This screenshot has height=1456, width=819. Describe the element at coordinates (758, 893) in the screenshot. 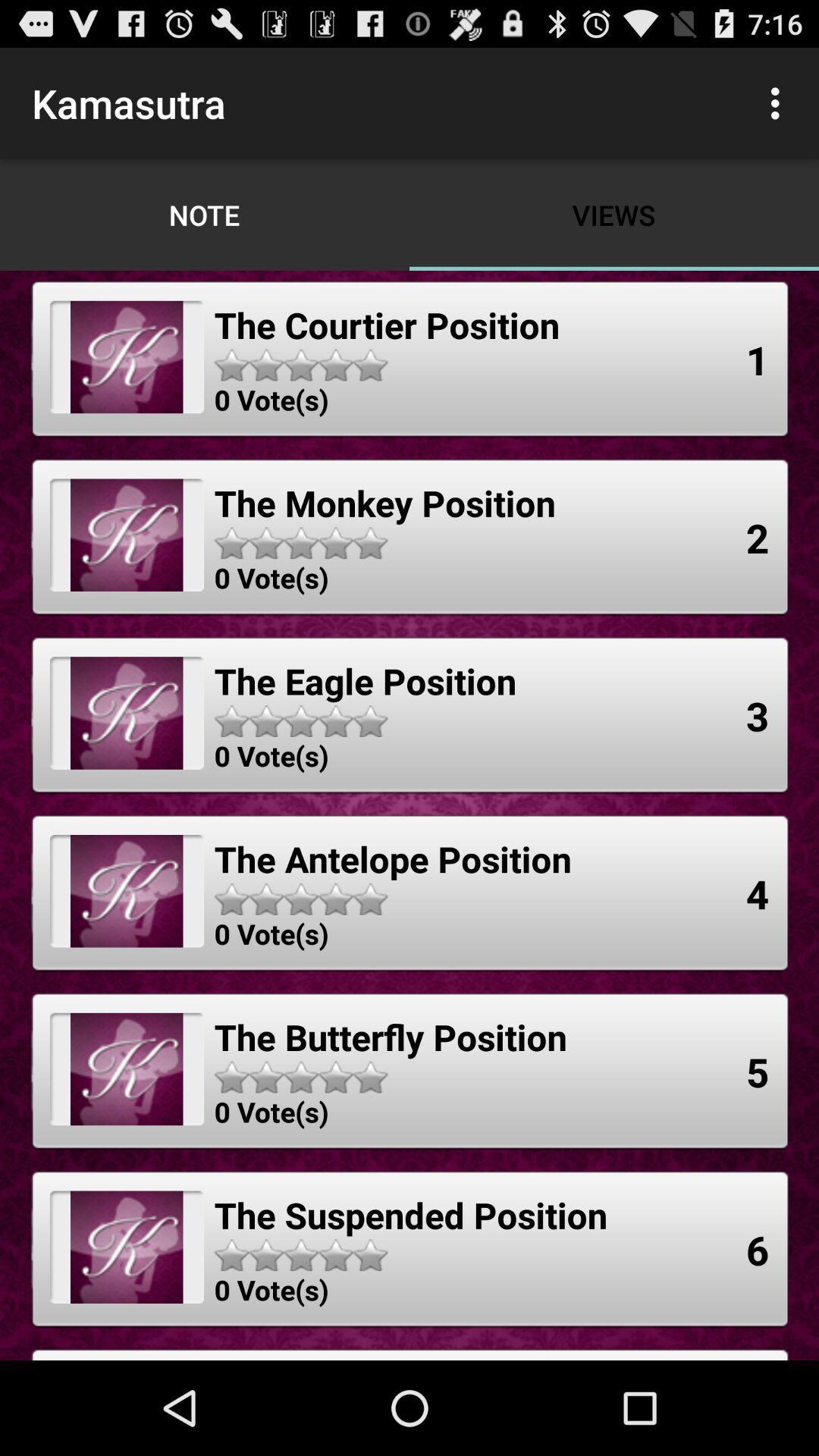

I see `icon next to the antelope position item` at that location.